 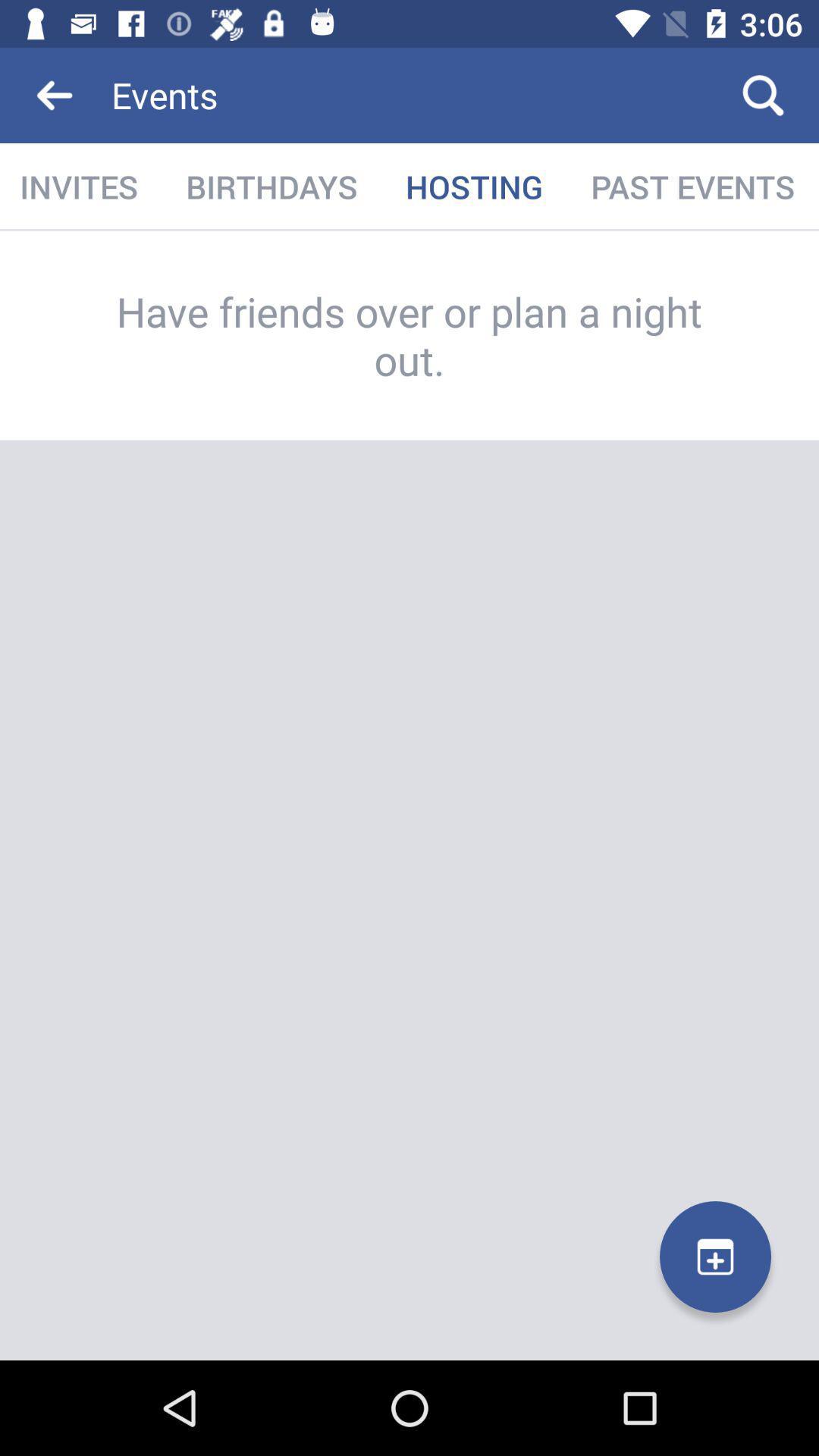 What do you see at coordinates (473, 186) in the screenshot?
I see `item below events item` at bounding box center [473, 186].